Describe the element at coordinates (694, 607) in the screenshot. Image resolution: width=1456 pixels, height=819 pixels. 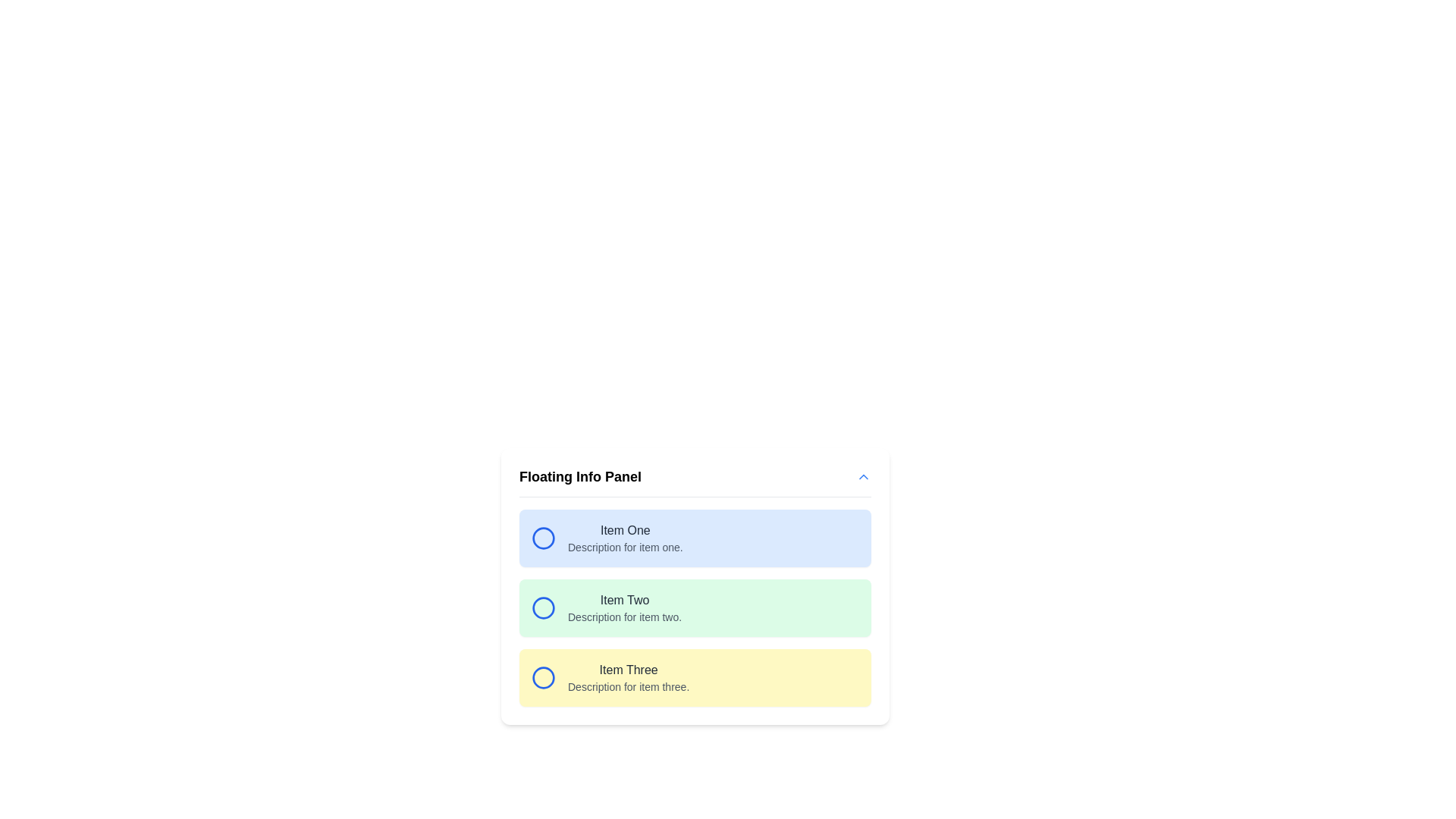
I see `the second item in the vertical list of cards within the 'Floating Info Panel', which represents 'Item Two'` at that location.